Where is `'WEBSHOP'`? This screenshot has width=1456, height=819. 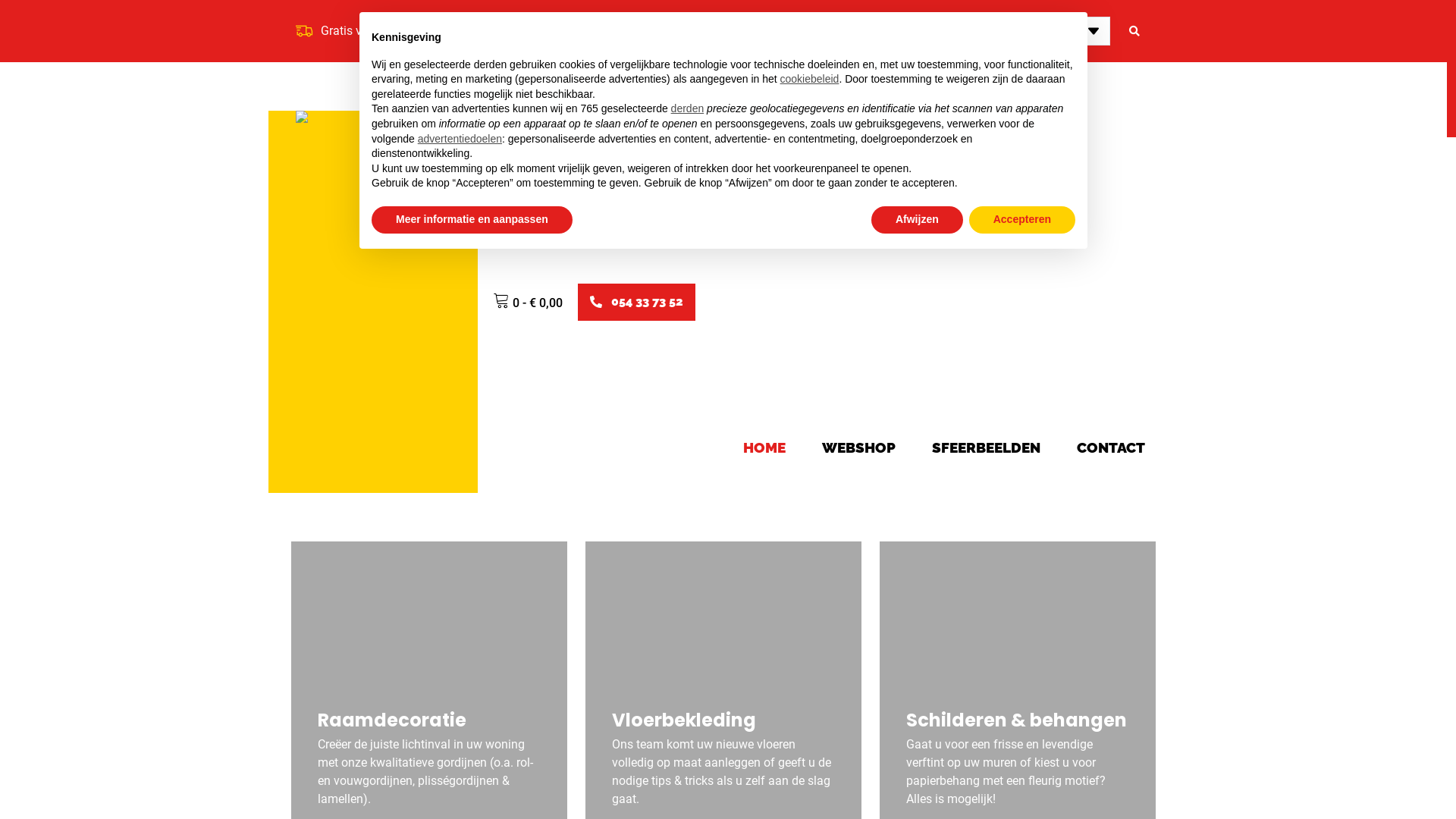
'WEBSHOP' is located at coordinates (858, 447).